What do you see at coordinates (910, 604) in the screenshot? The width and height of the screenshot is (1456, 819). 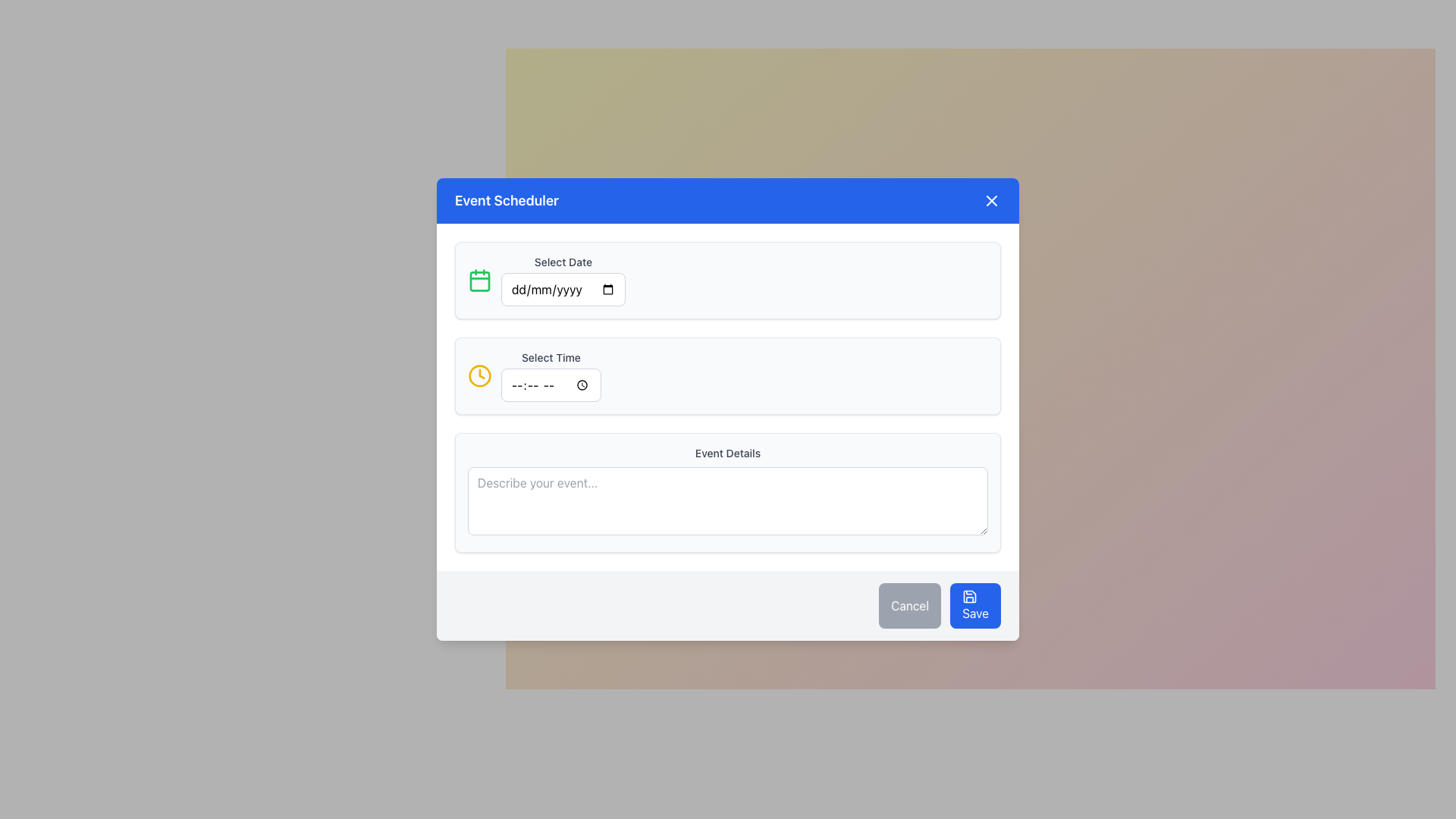 I see `the 'Cancel' button located in the footer section of the modal dialog to change its appearance` at bounding box center [910, 604].